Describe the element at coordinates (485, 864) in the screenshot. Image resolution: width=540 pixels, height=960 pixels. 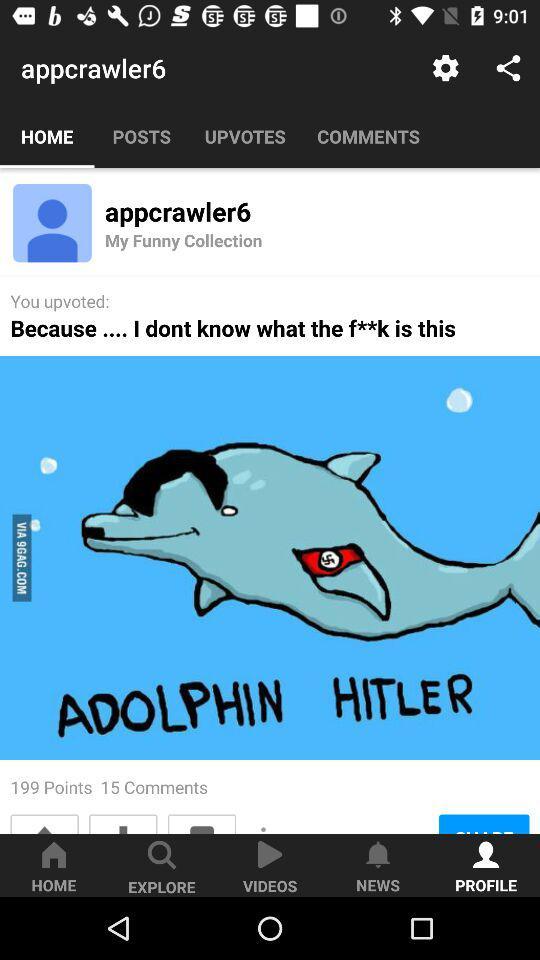
I see `the button on the bottom right corner of the web page` at that location.